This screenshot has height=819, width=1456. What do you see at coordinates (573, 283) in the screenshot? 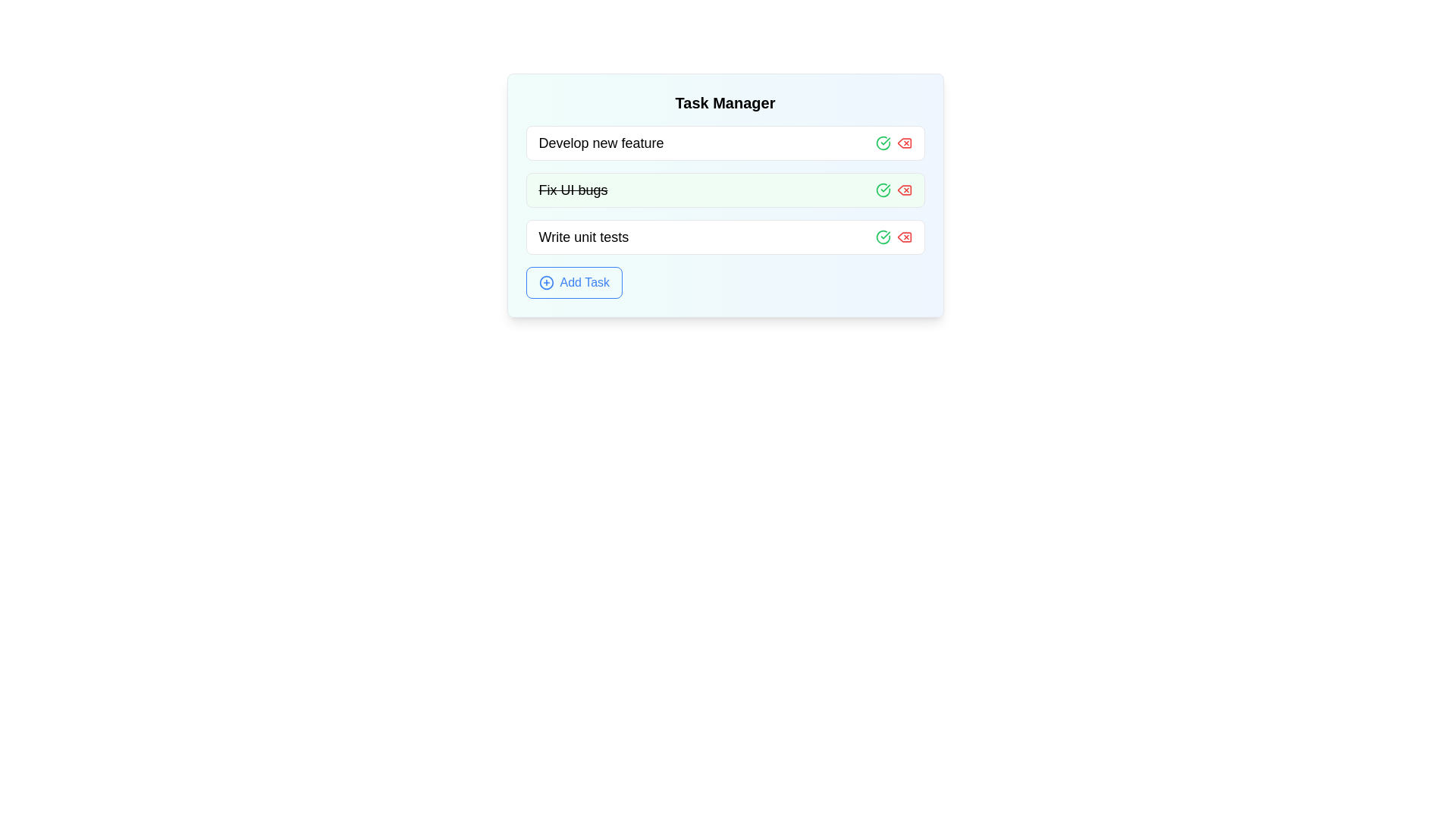
I see `'Add Task' button to initiate adding a new task` at bounding box center [573, 283].